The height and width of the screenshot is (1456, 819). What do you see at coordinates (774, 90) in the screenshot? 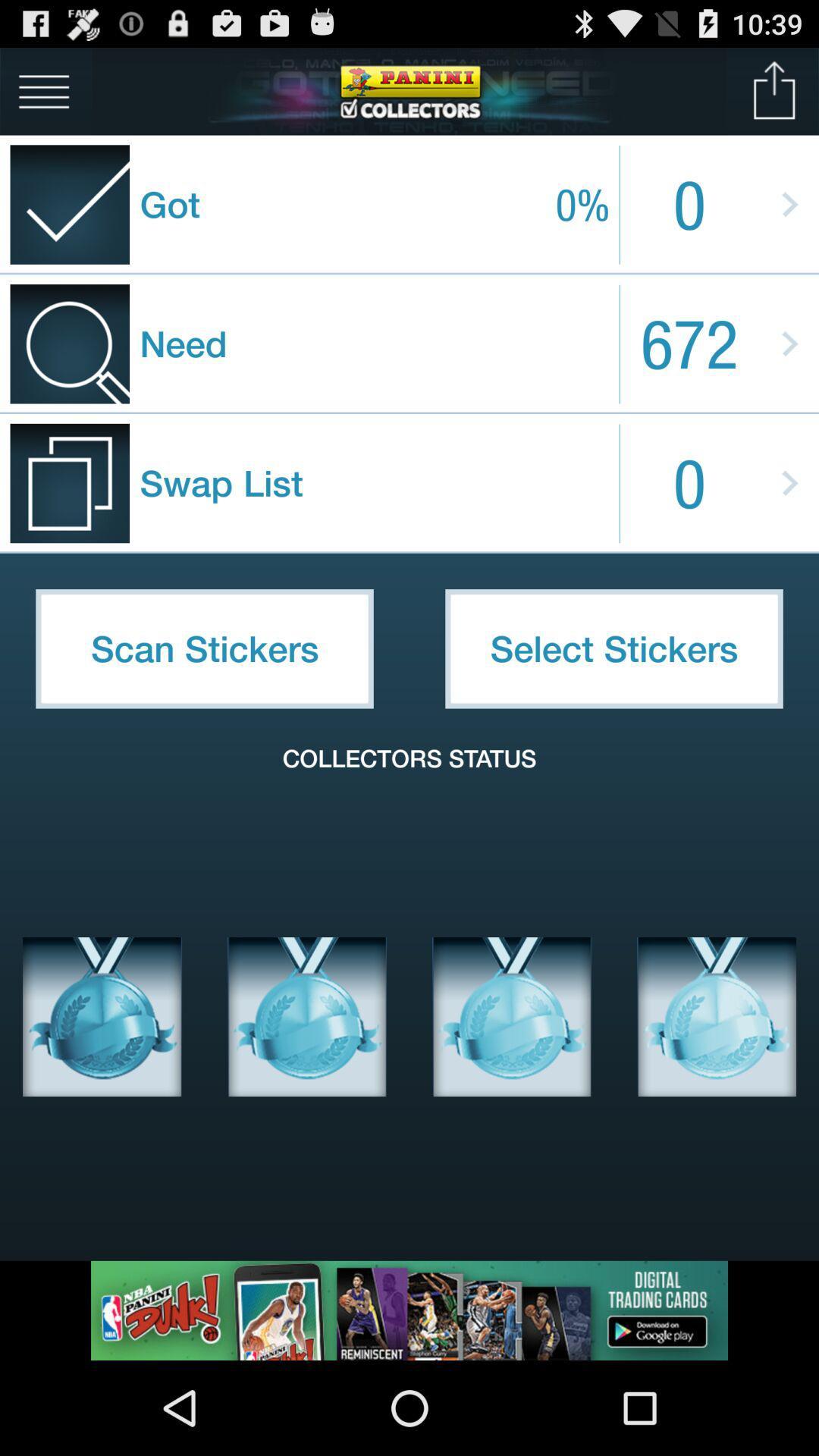
I see `the item to the right of the 0% icon` at bounding box center [774, 90].